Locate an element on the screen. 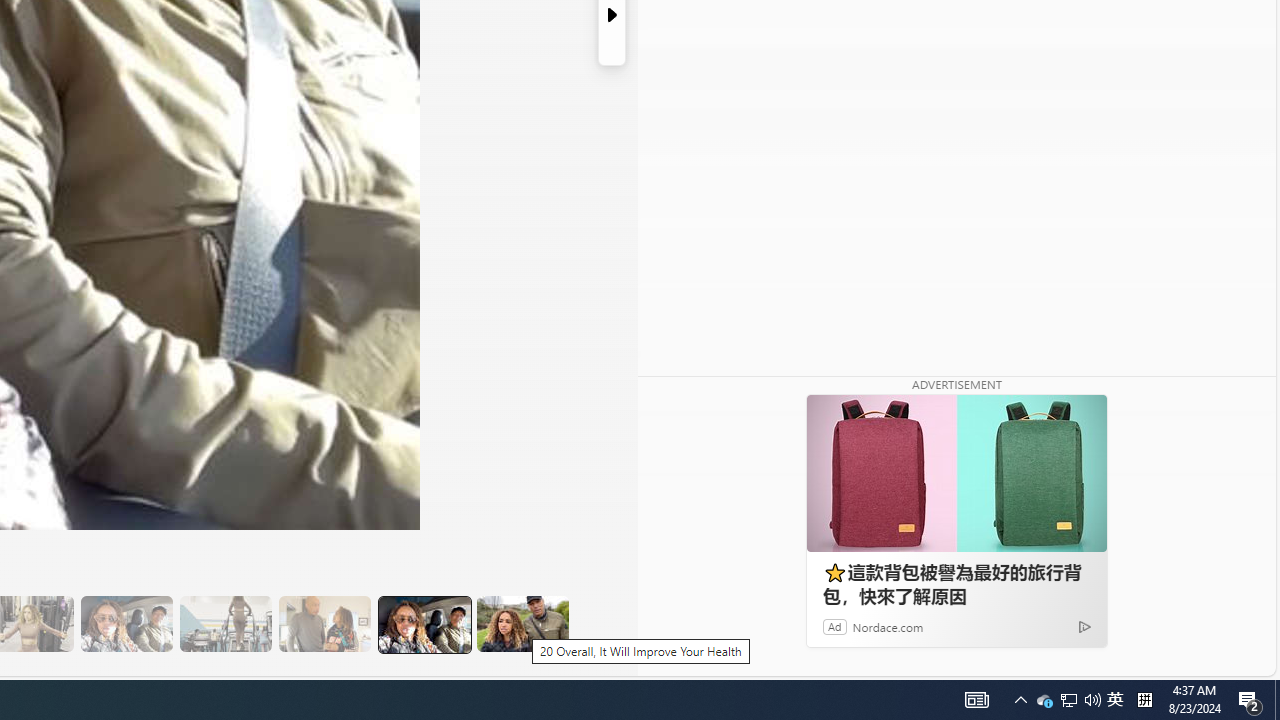 The image size is (1280, 720). 'Ad Choice' is located at coordinates (1083, 625).